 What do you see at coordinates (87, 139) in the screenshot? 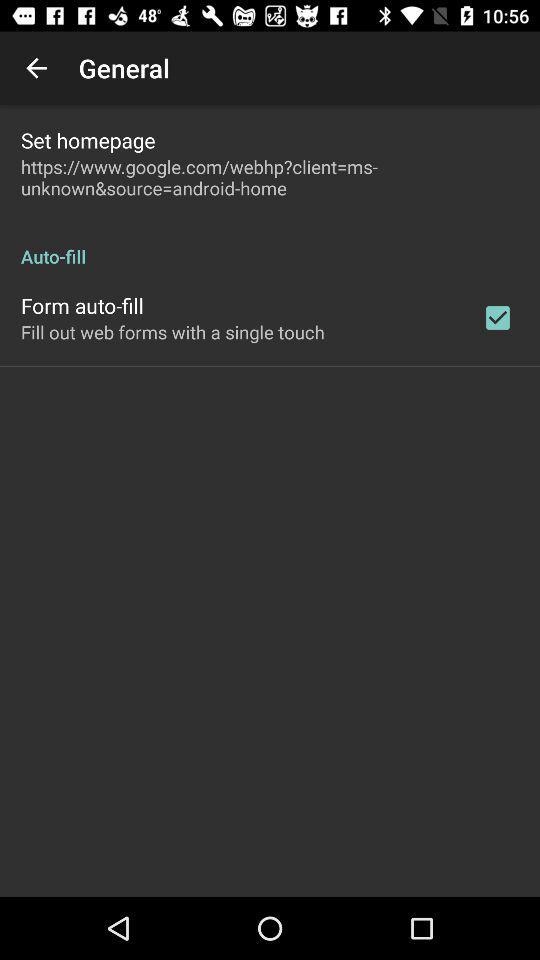
I see `the icon above https www google item` at bounding box center [87, 139].